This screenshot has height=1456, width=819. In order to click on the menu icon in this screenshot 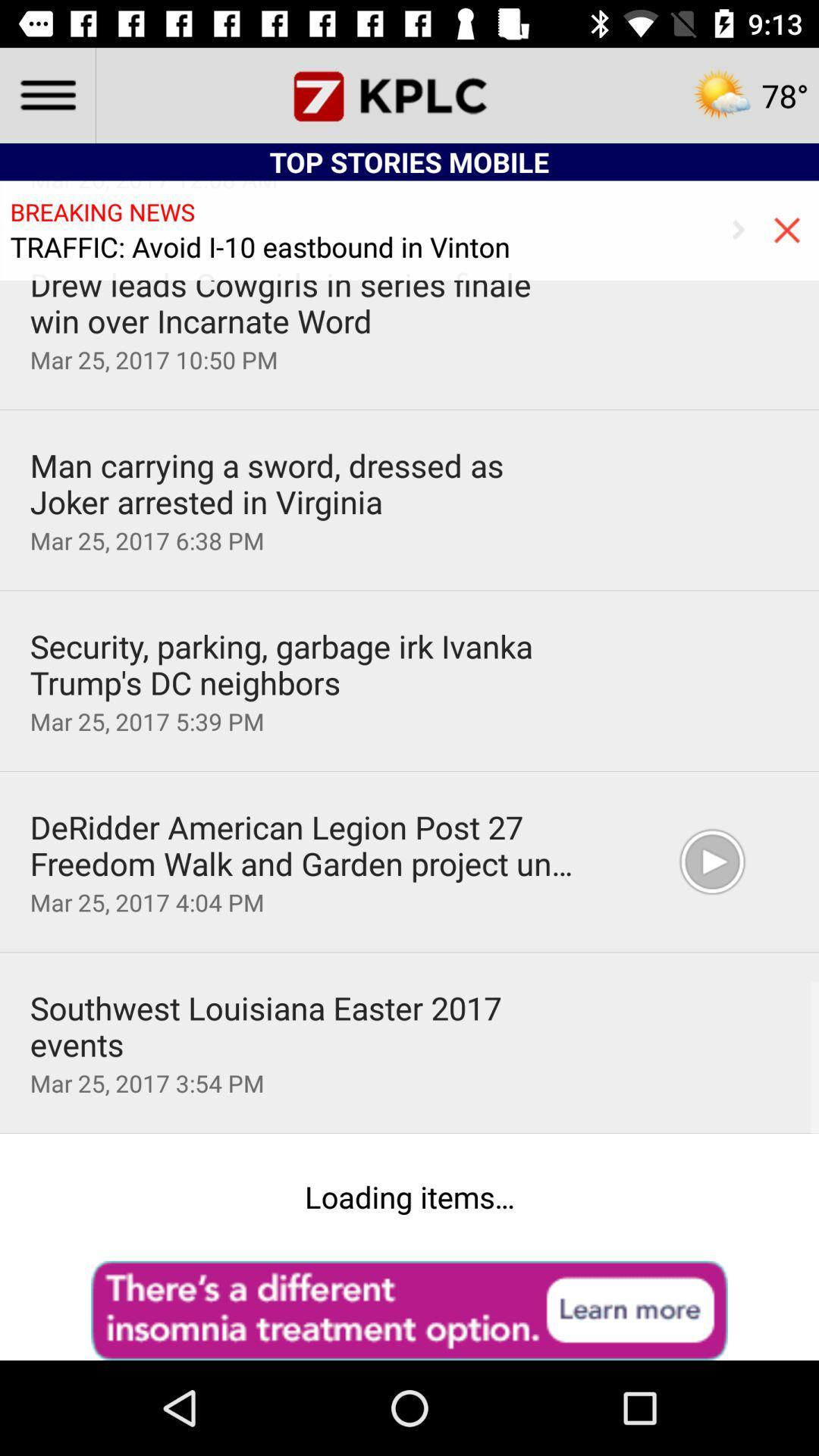, I will do `click(46, 94)`.